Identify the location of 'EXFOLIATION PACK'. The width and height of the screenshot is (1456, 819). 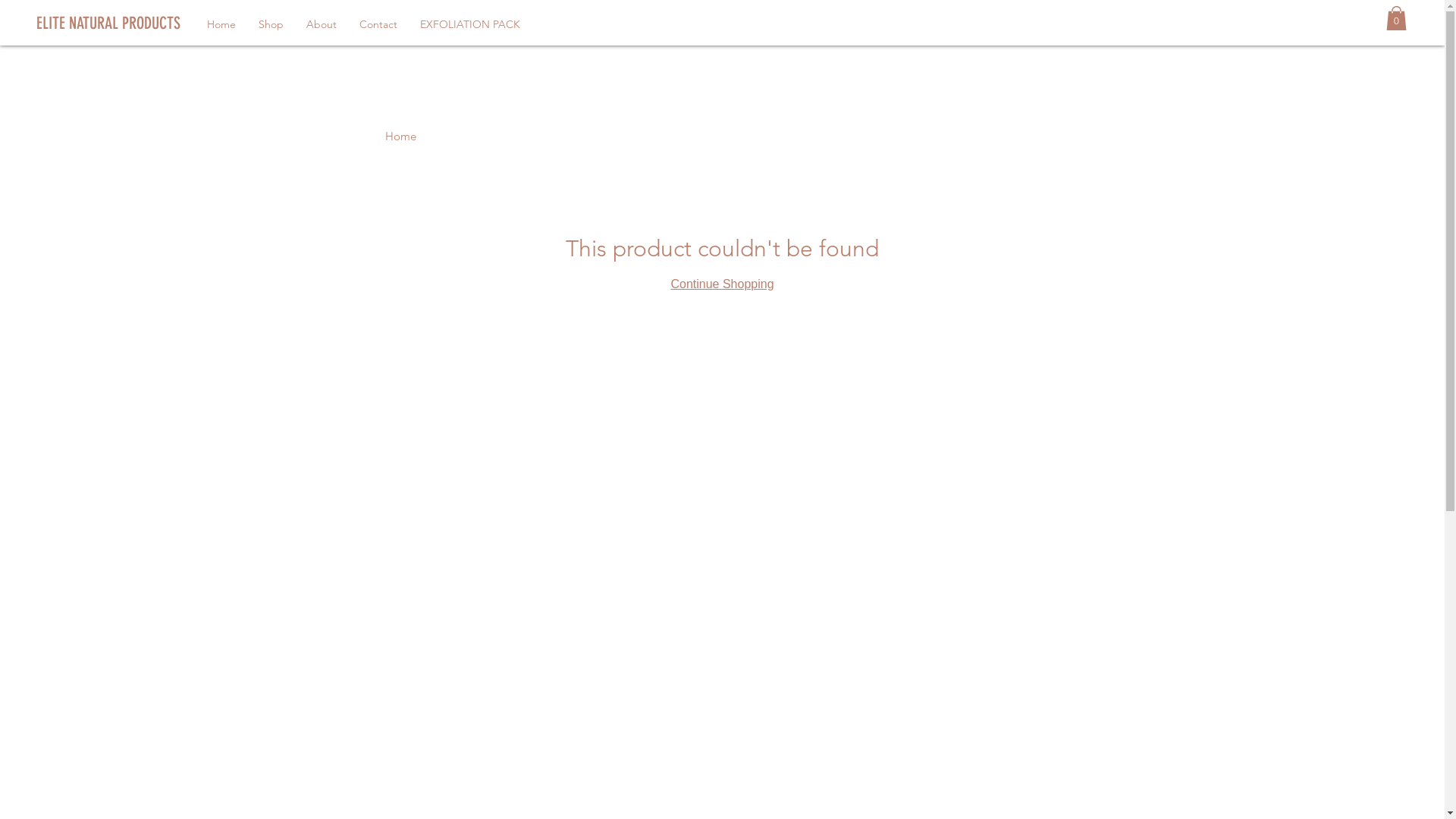
(469, 24).